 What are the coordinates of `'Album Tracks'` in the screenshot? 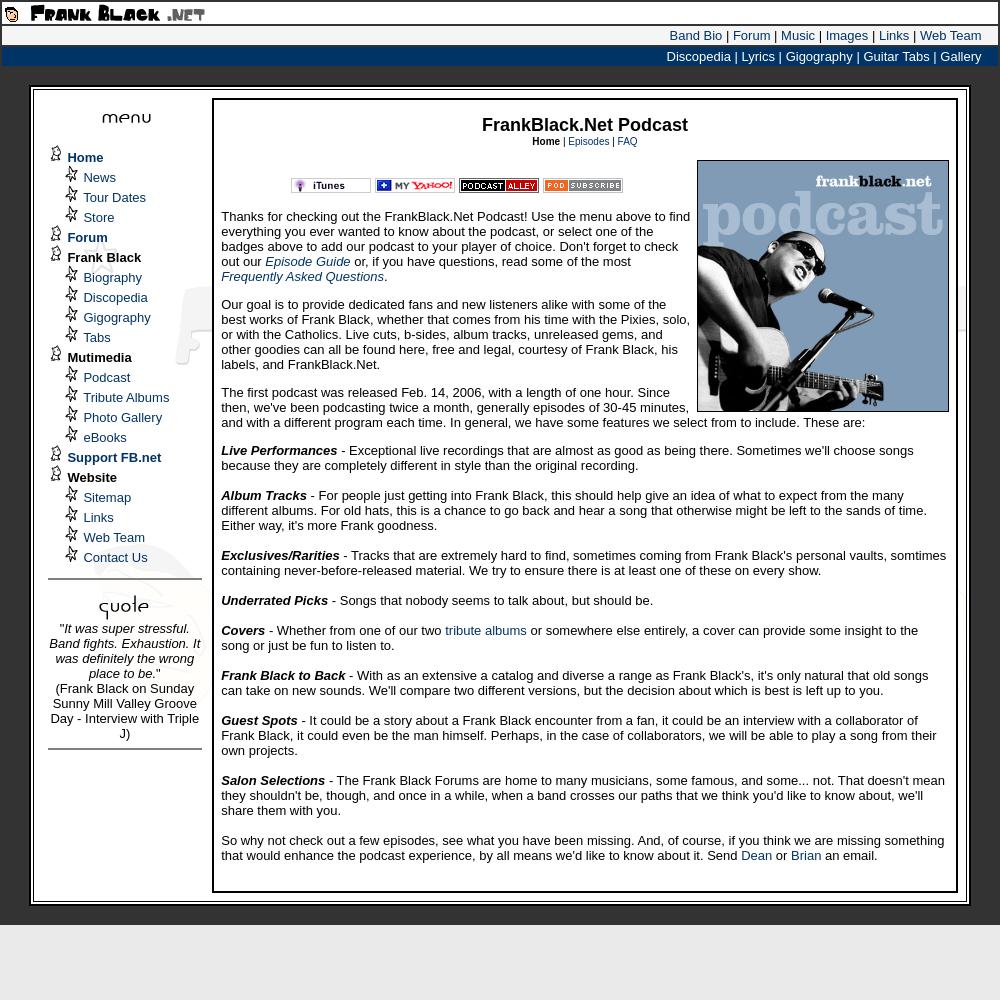 It's located at (263, 494).